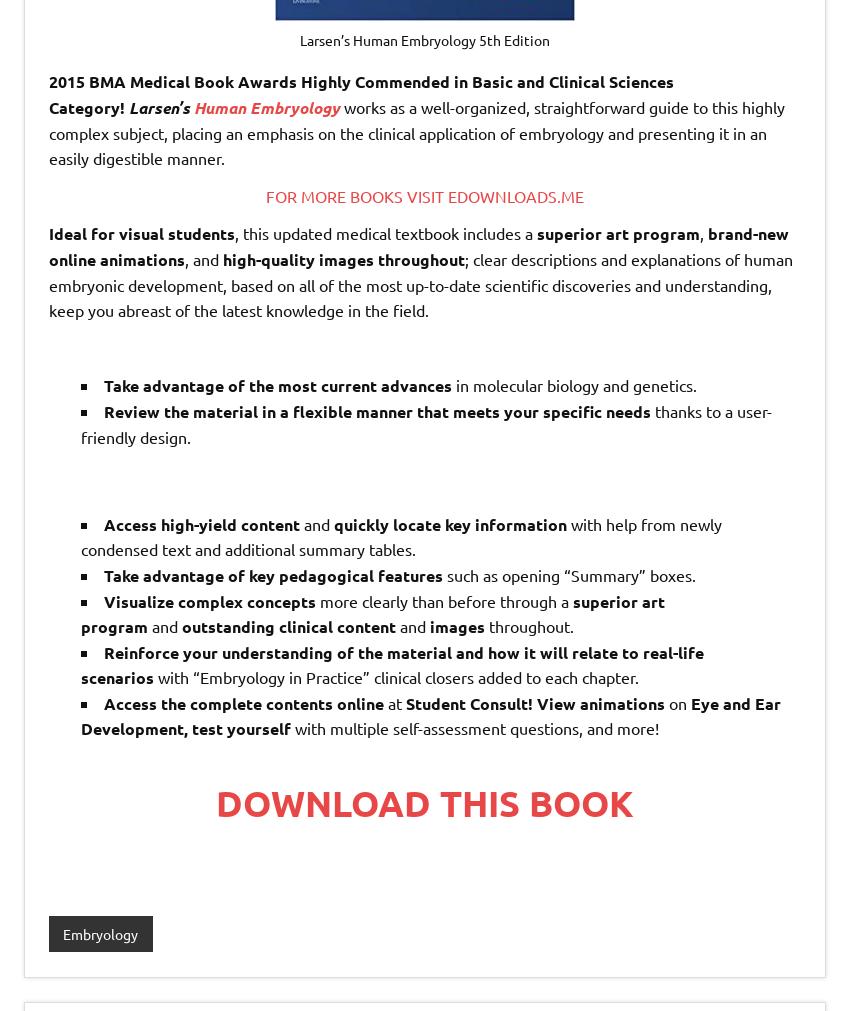 This screenshot has width=850, height=1011. Describe the element at coordinates (421, 258) in the screenshot. I see `'throughout'` at that location.